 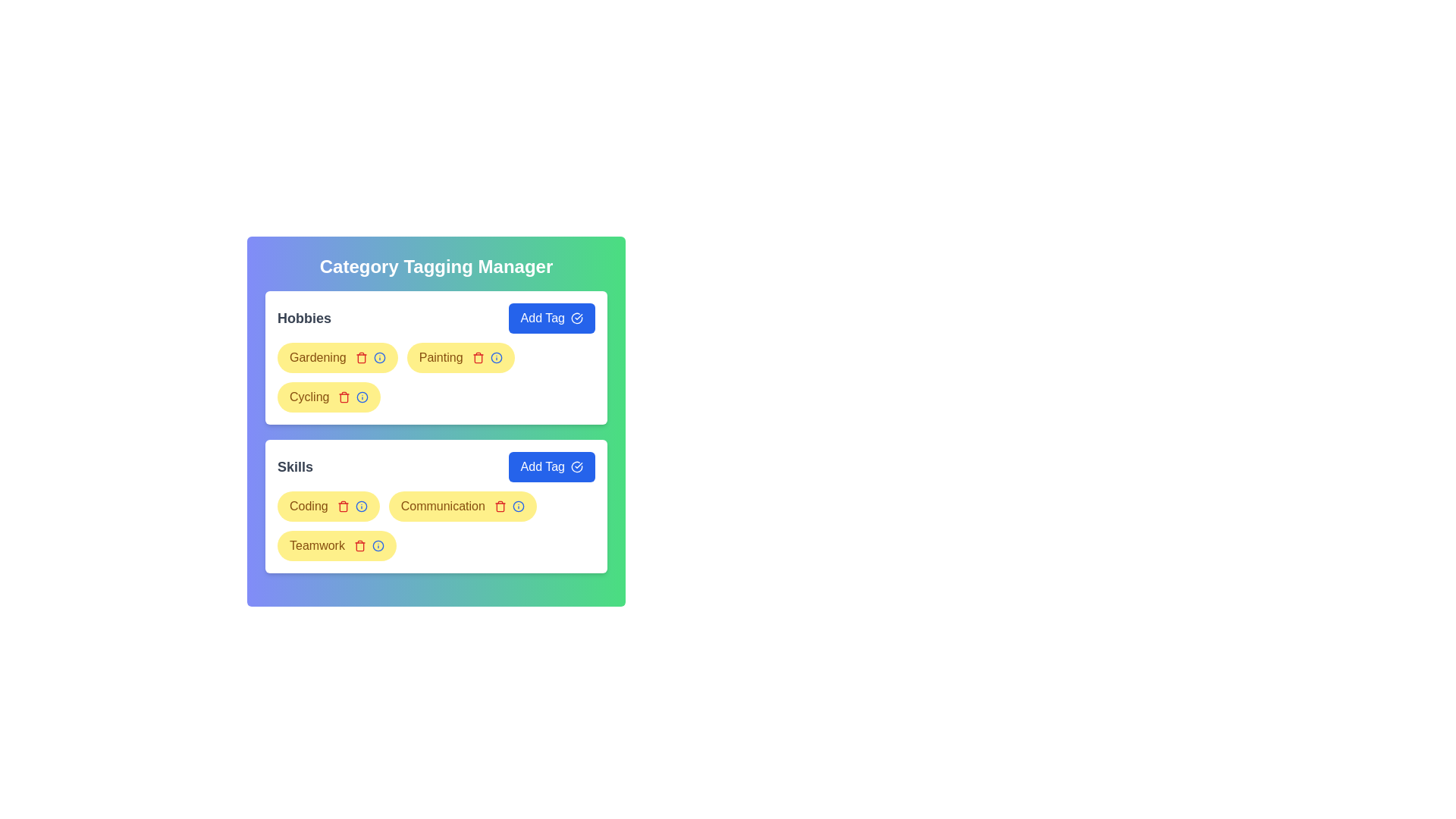 What do you see at coordinates (496, 357) in the screenshot?
I see `the circular blue-bordered icon with an 'i' symbol located to the right of the text 'Painting' in the Hobbies section to retrieve information` at bounding box center [496, 357].